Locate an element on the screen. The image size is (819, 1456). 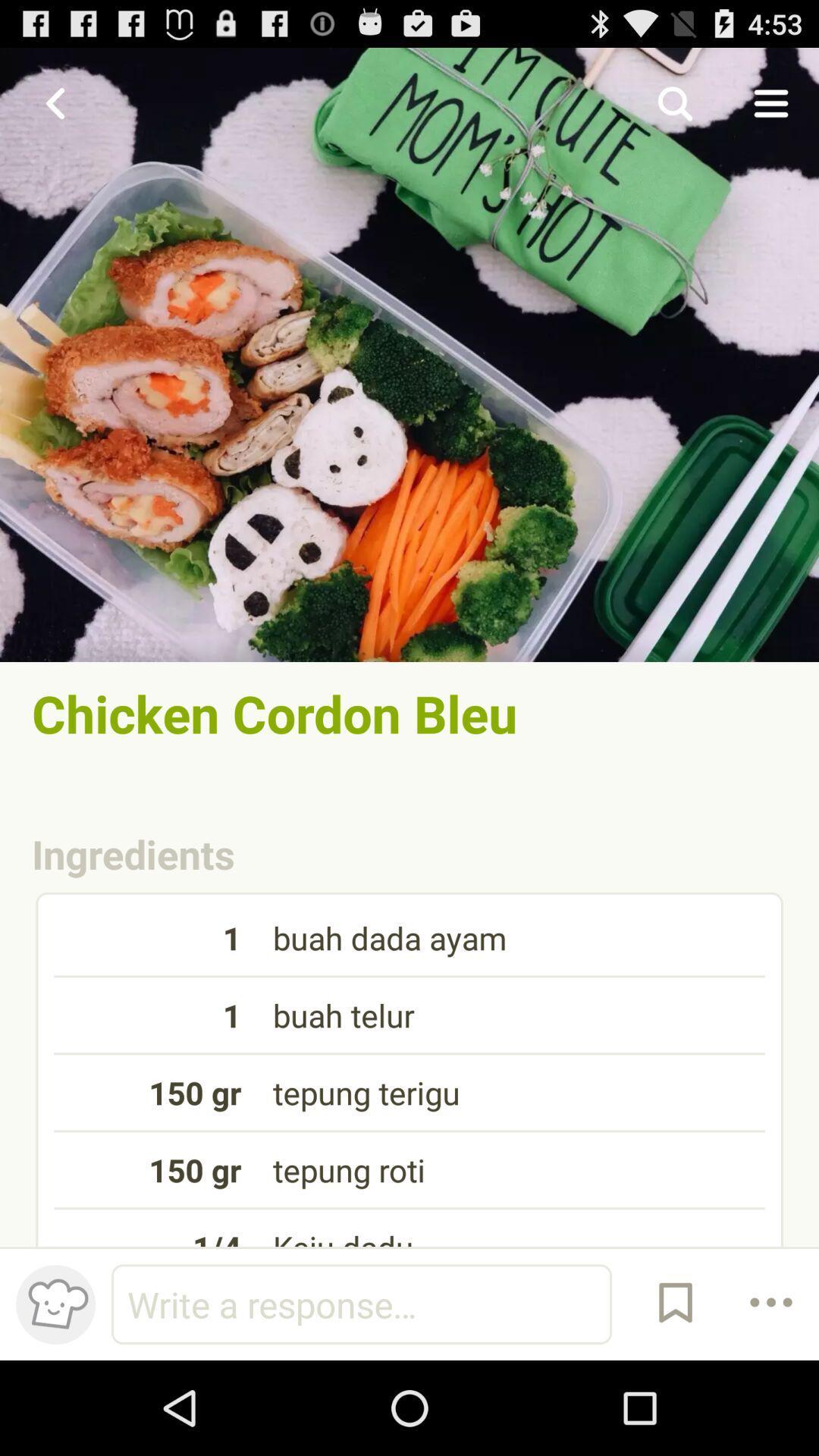
the bookmark icon is located at coordinates (675, 1395).